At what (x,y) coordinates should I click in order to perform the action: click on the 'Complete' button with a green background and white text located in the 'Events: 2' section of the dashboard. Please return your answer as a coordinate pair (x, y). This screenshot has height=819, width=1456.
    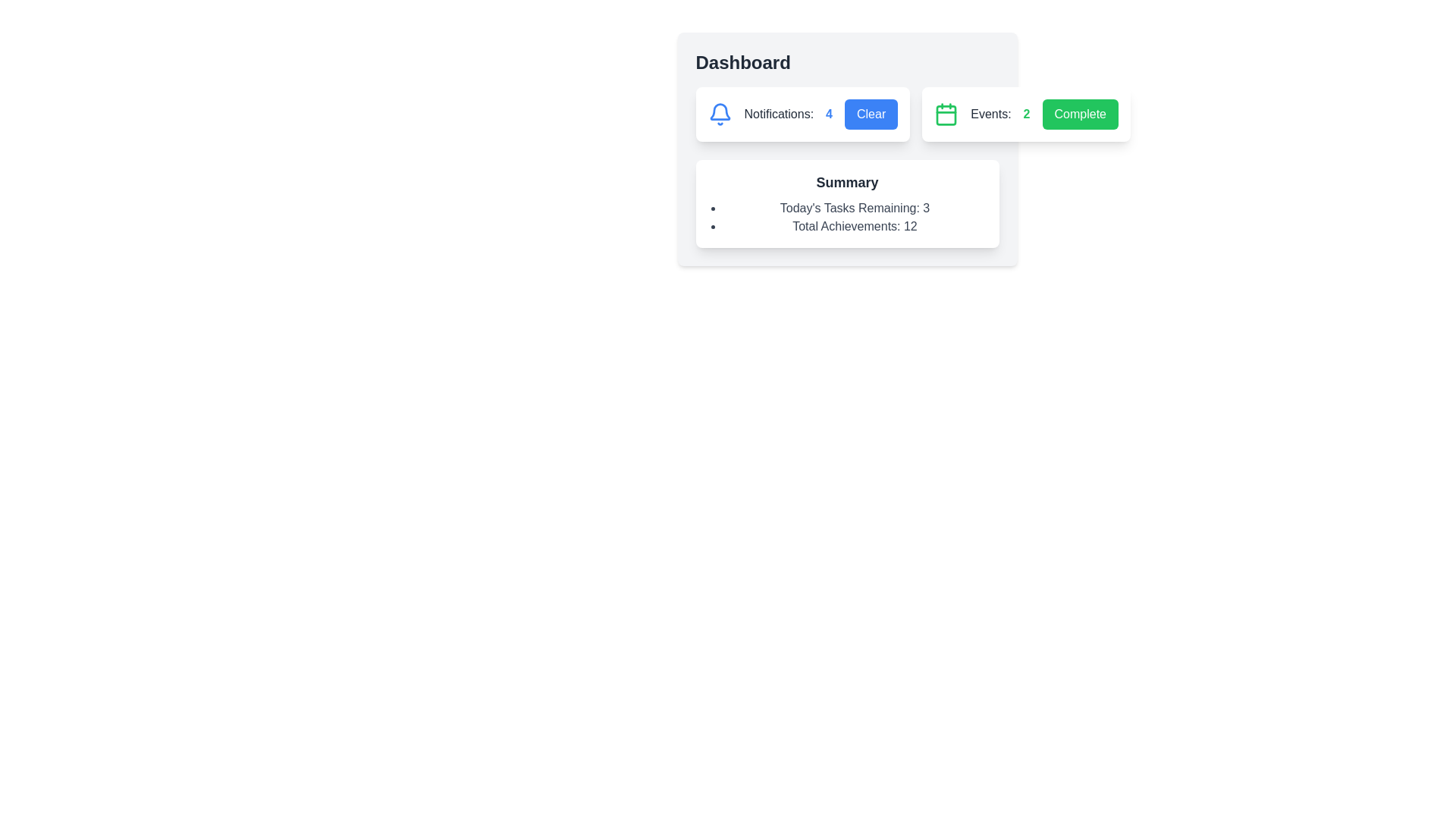
    Looking at the image, I should click on (1079, 113).